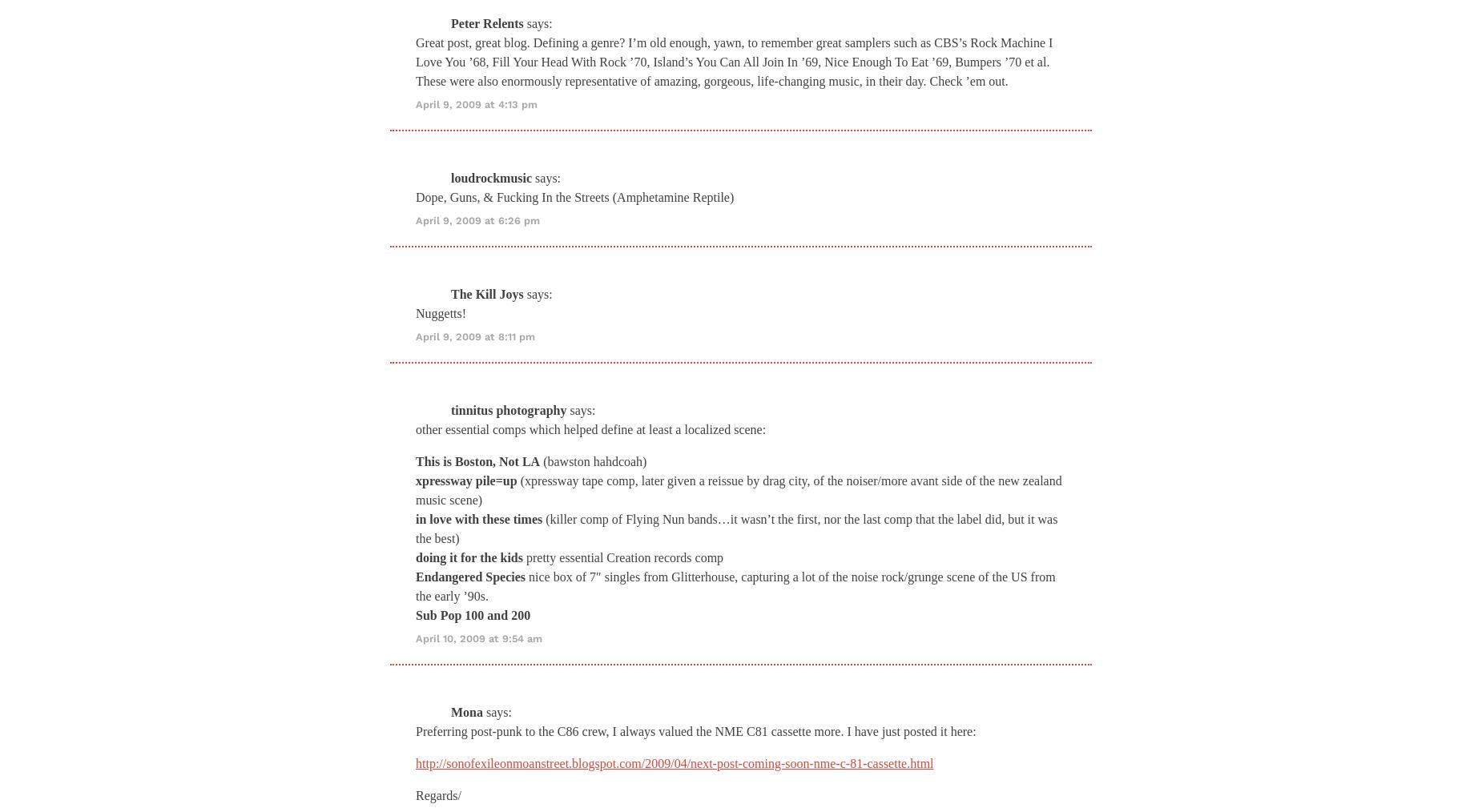 The height and width of the screenshot is (812, 1482). Describe the element at coordinates (674, 762) in the screenshot. I see `'http://sonofexileonmoanstreet.blogspot.com/2009/04/next-post-coming-soon-nme-c-81-cassette.html'` at that location.